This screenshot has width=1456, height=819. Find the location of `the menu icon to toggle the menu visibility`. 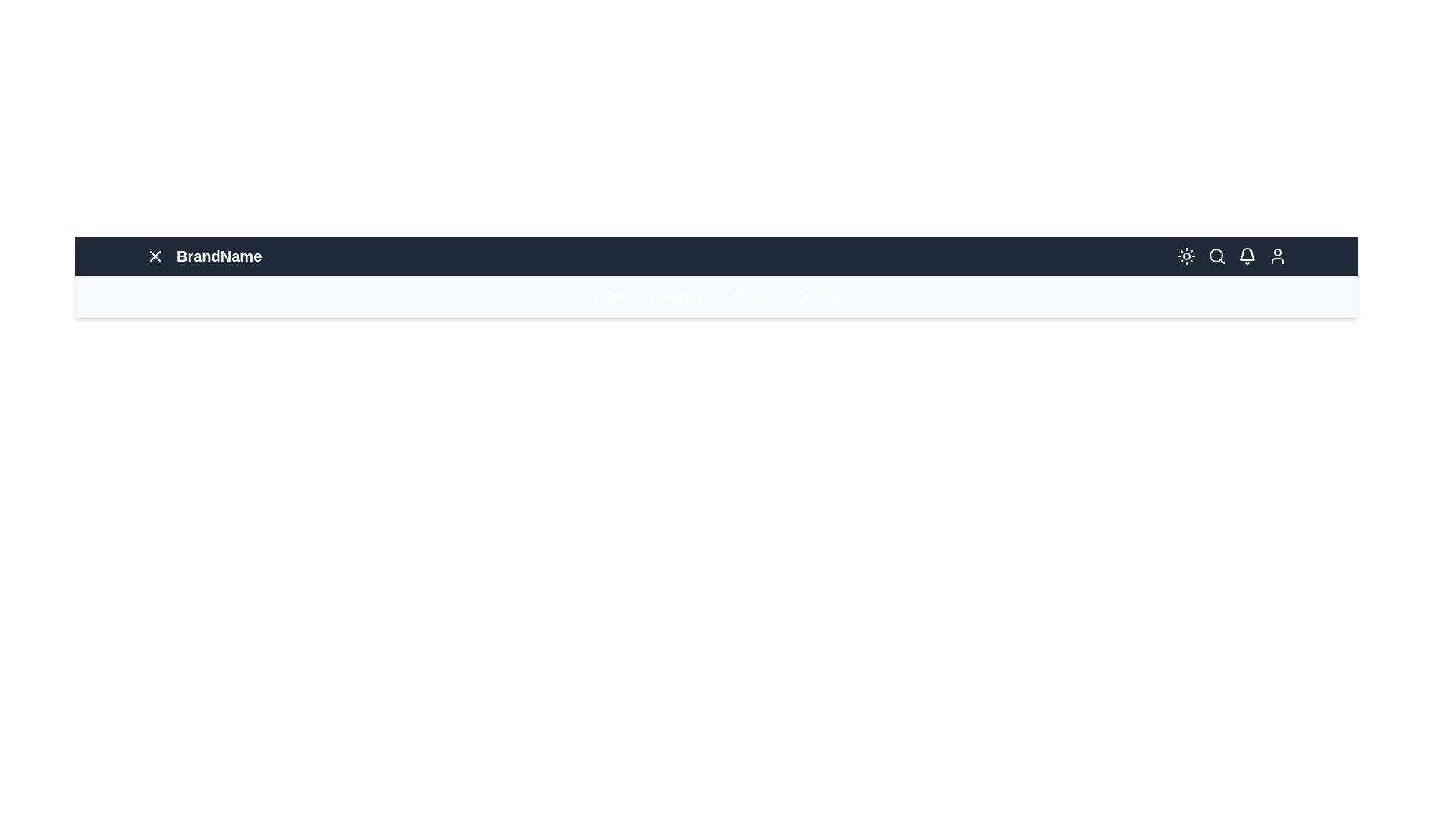

the menu icon to toggle the menu visibility is located at coordinates (155, 256).